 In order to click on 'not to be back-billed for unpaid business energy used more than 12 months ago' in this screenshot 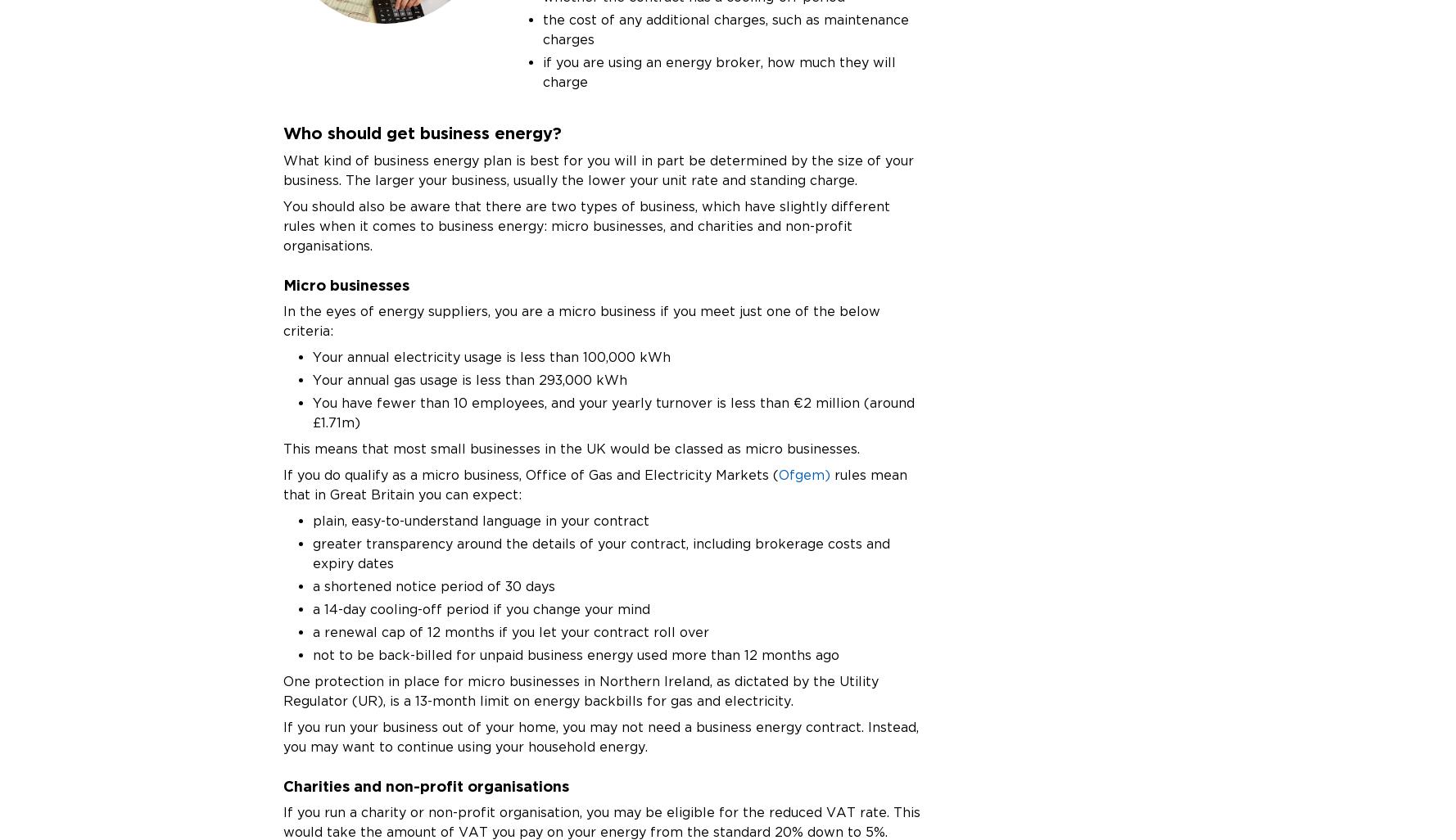, I will do `click(575, 653)`.